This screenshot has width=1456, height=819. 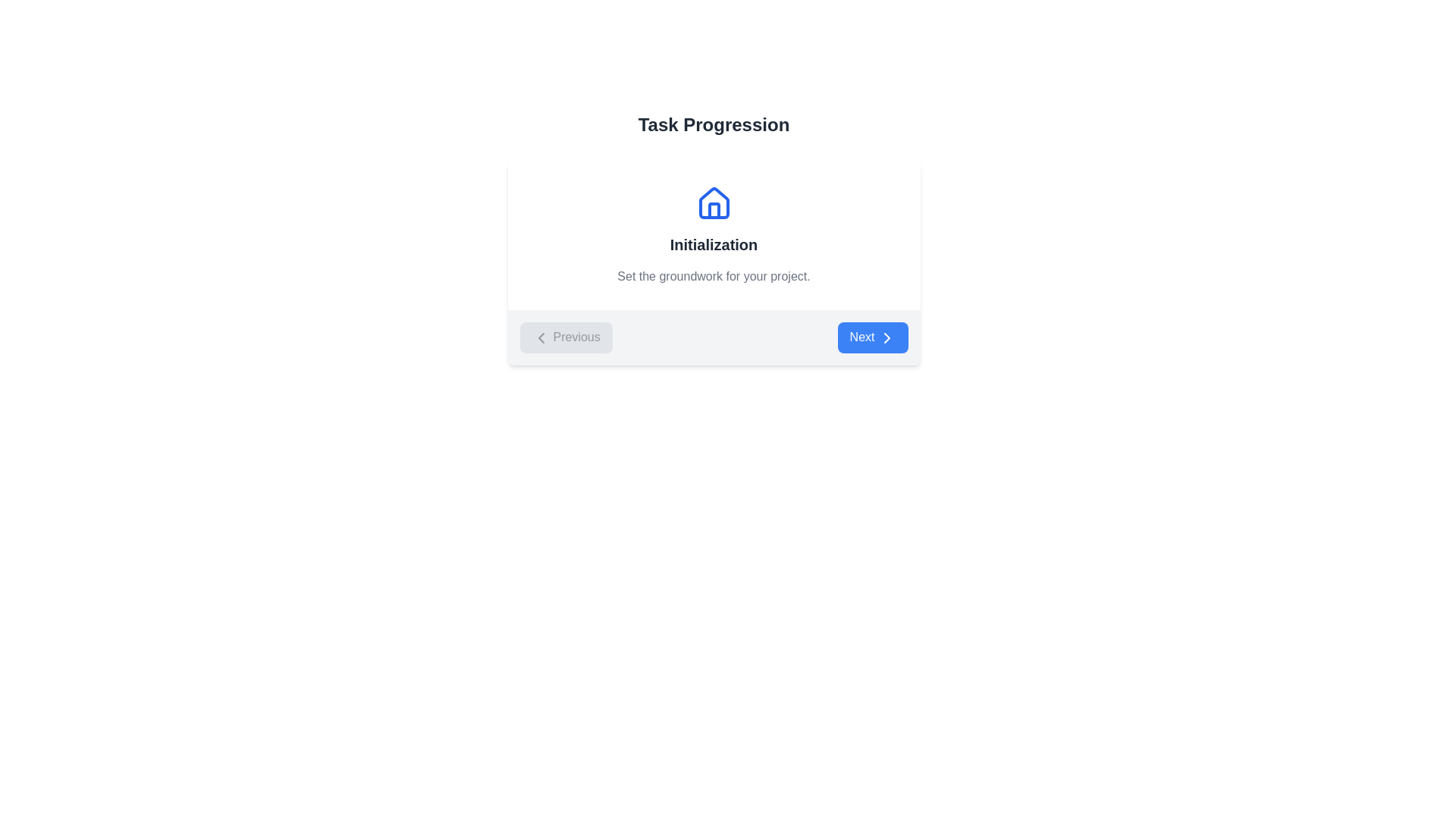 What do you see at coordinates (541, 337) in the screenshot?
I see `the leftward arrow icon representing the 'Previous' button's backward navigation function` at bounding box center [541, 337].